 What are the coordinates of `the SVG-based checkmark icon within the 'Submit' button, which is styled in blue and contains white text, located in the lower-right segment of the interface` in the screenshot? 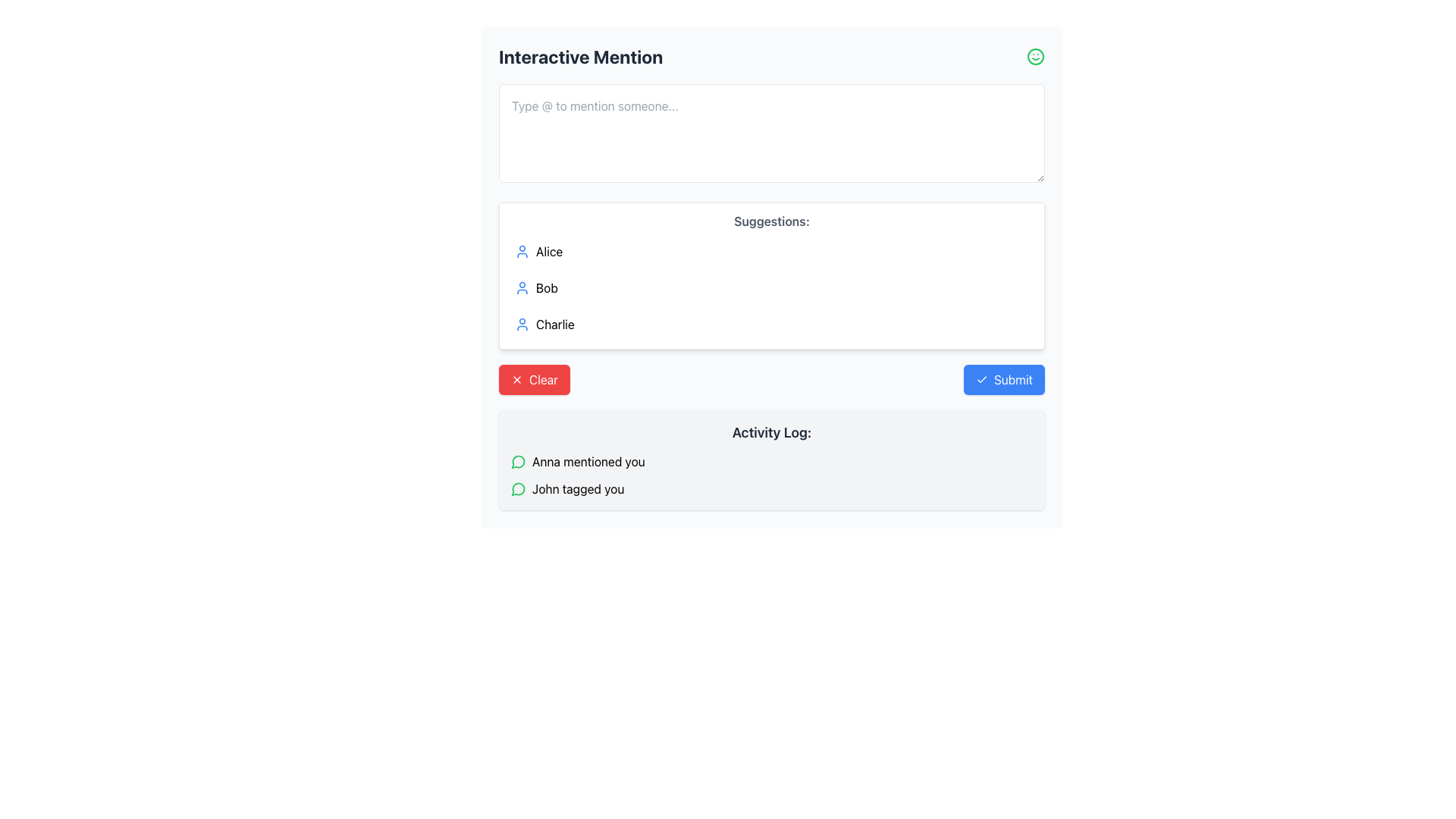 It's located at (981, 379).